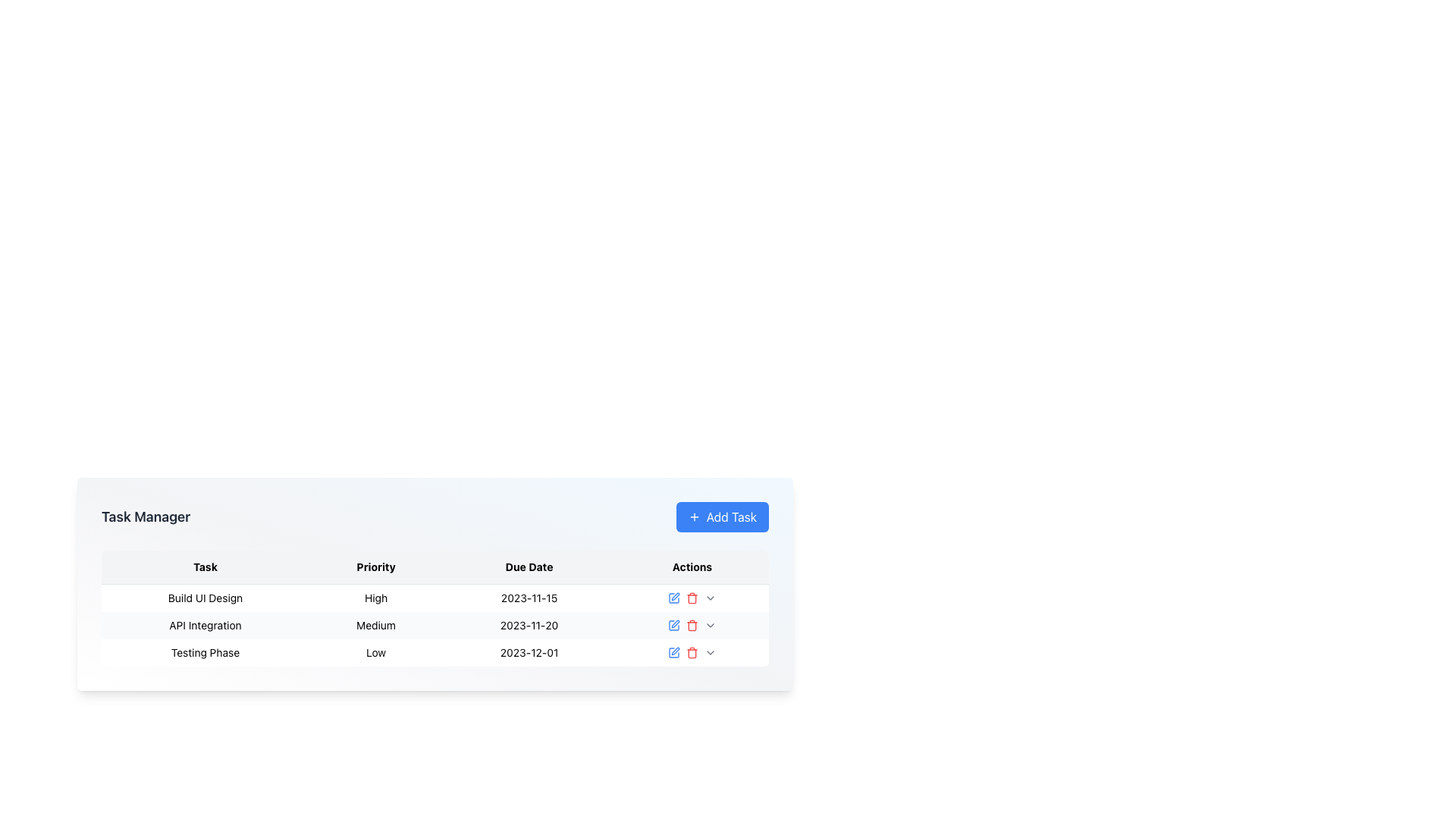 This screenshot has height=819, width=1456. What do you see at coordinates (529, 597) in the screenshot?
I see `the 'Due Date' text field for the task 'Build UI Design' in the Task Manager interface` at bounding box center [529, 597].